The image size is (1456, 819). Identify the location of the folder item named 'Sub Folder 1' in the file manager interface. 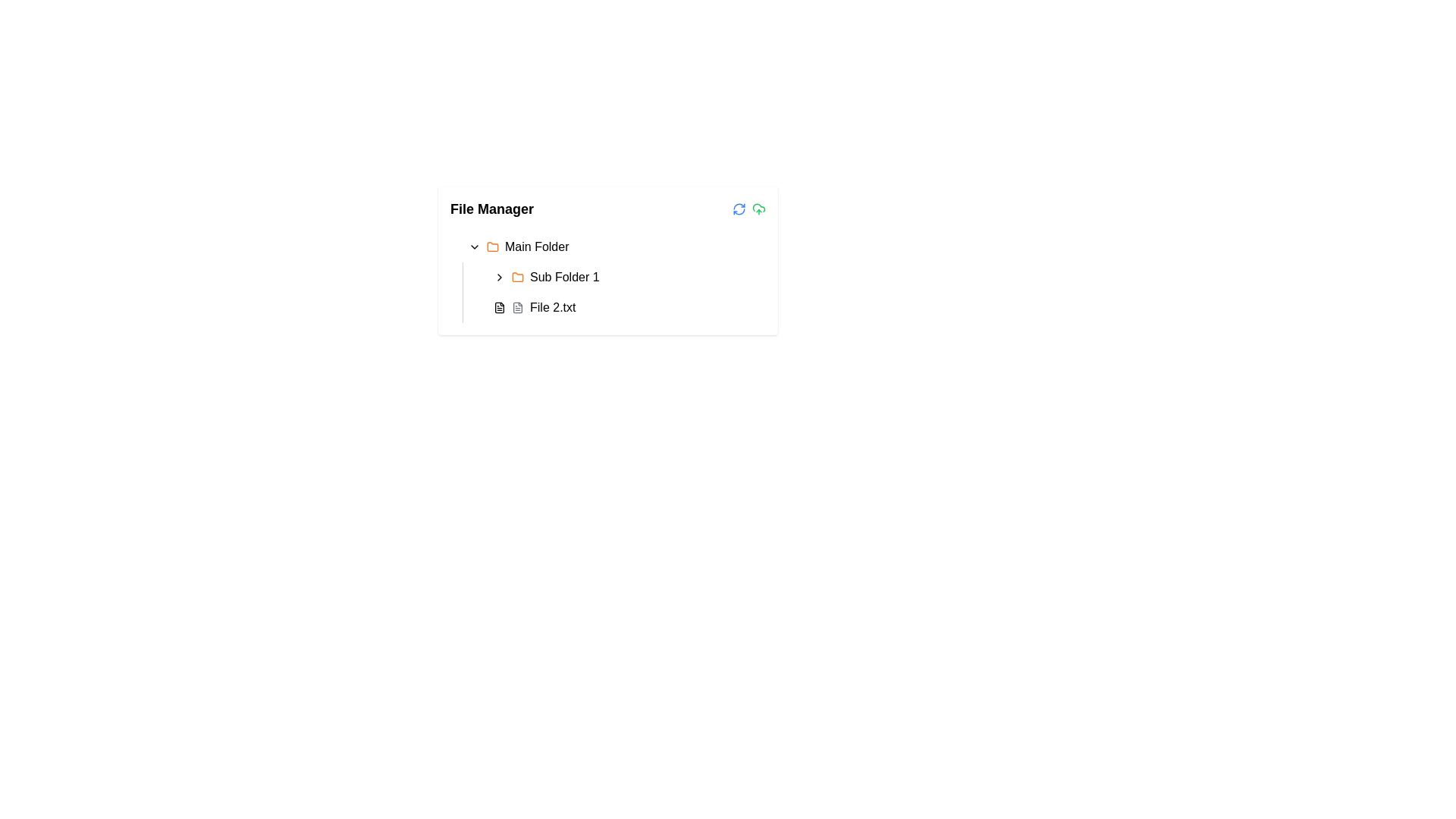
(620, 278).